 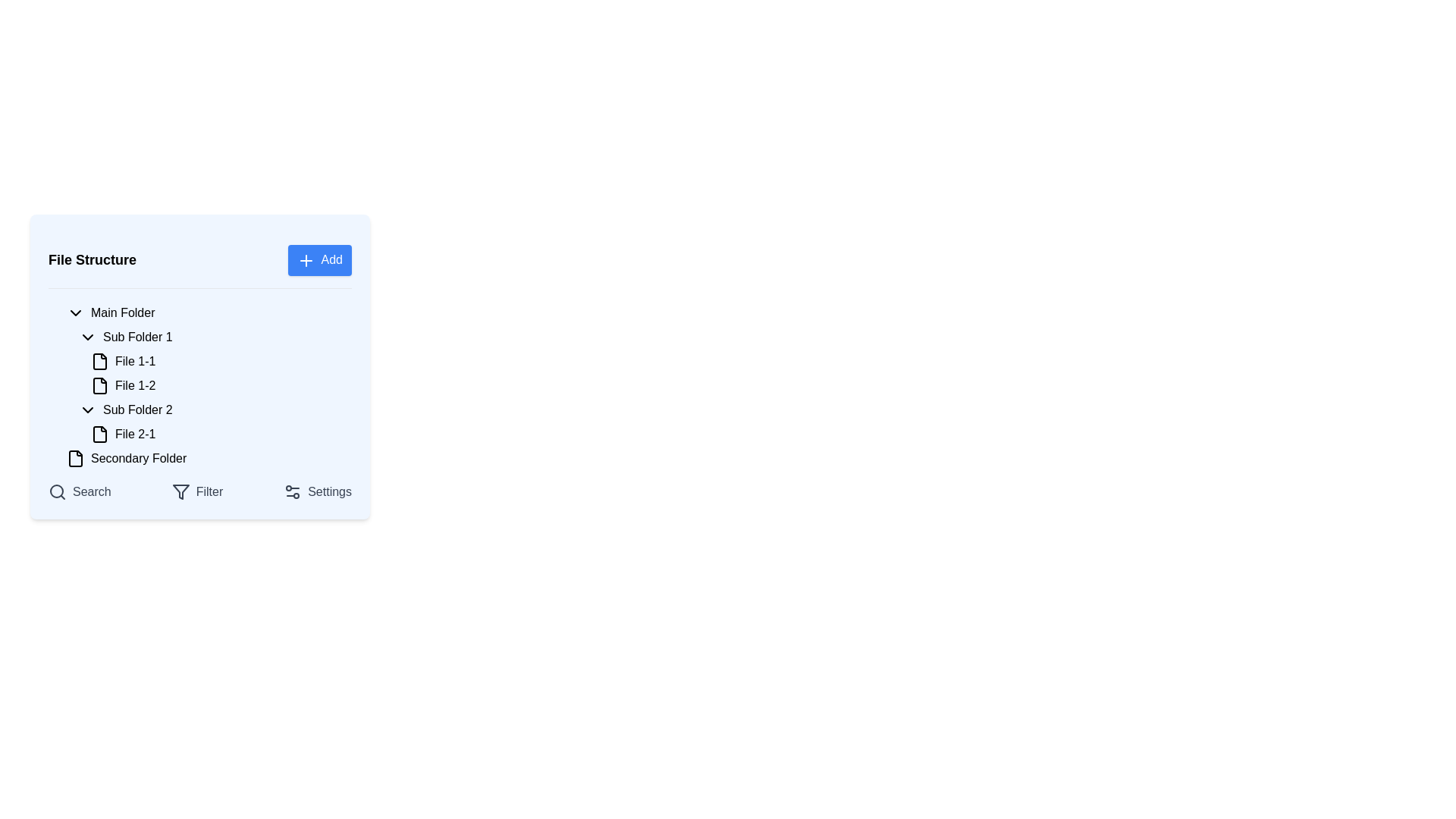 What do you see at coordinates (123, 312) in the screenshot?
I see `the 'Main Folder' text label, which is the first-level item` at bounding box center [123, 312].